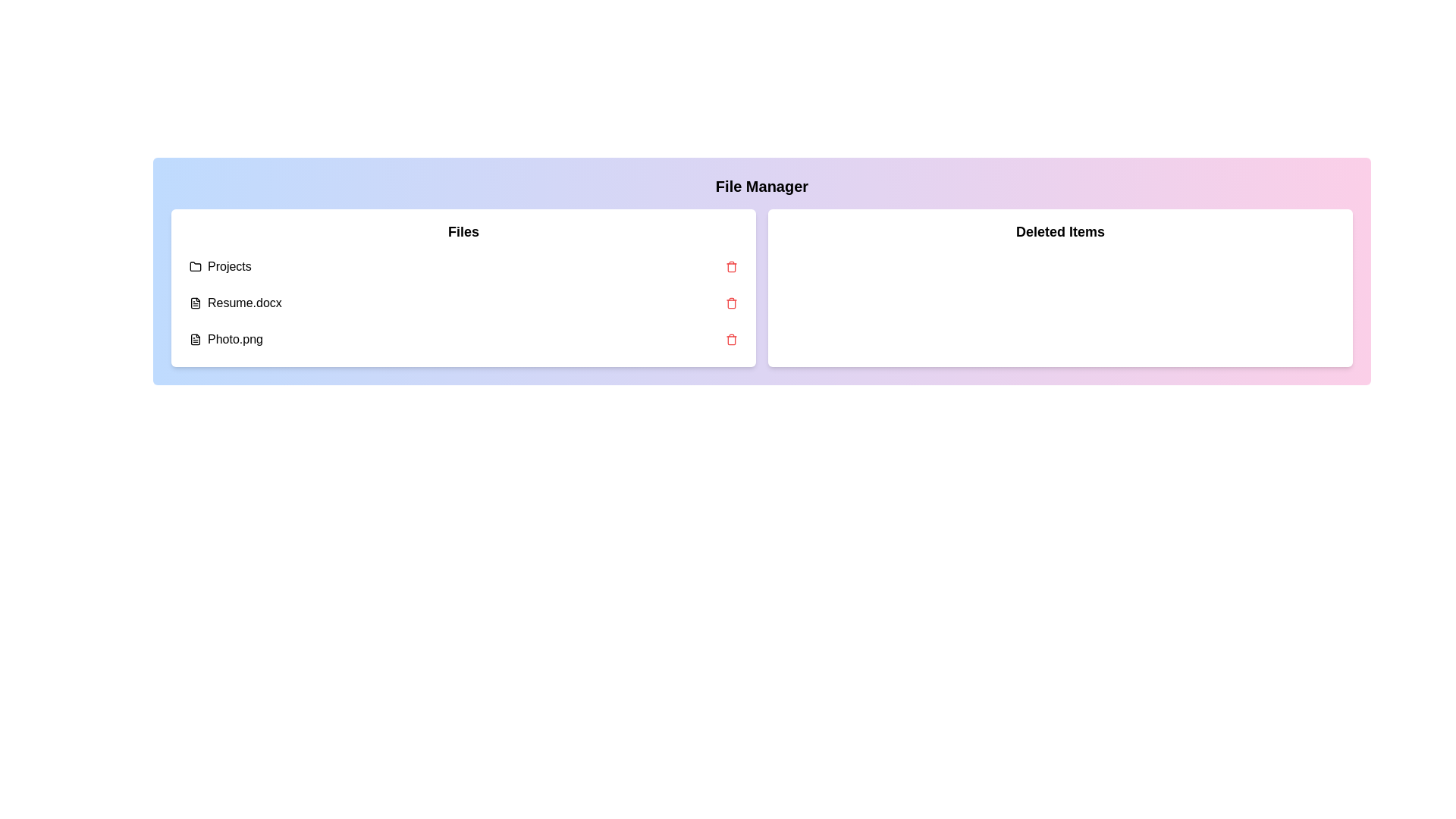  Describe the element at coordinates (1059, 288) in the screenshot. I see `the 'Deleted Items' panel to view its contents` at that location.